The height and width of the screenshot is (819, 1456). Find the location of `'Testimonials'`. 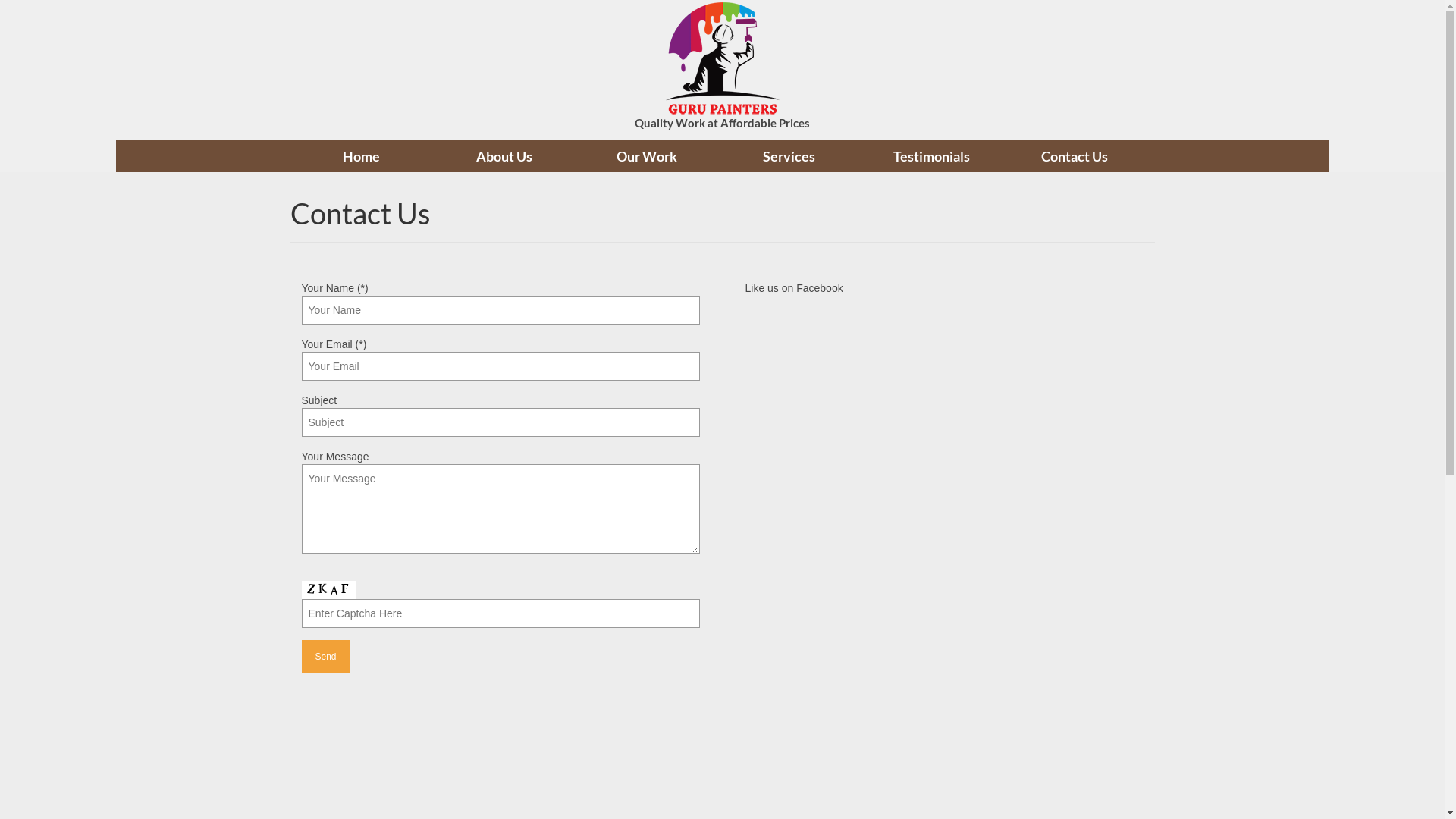

'Testimonials' is located at coordinates (930, 155).